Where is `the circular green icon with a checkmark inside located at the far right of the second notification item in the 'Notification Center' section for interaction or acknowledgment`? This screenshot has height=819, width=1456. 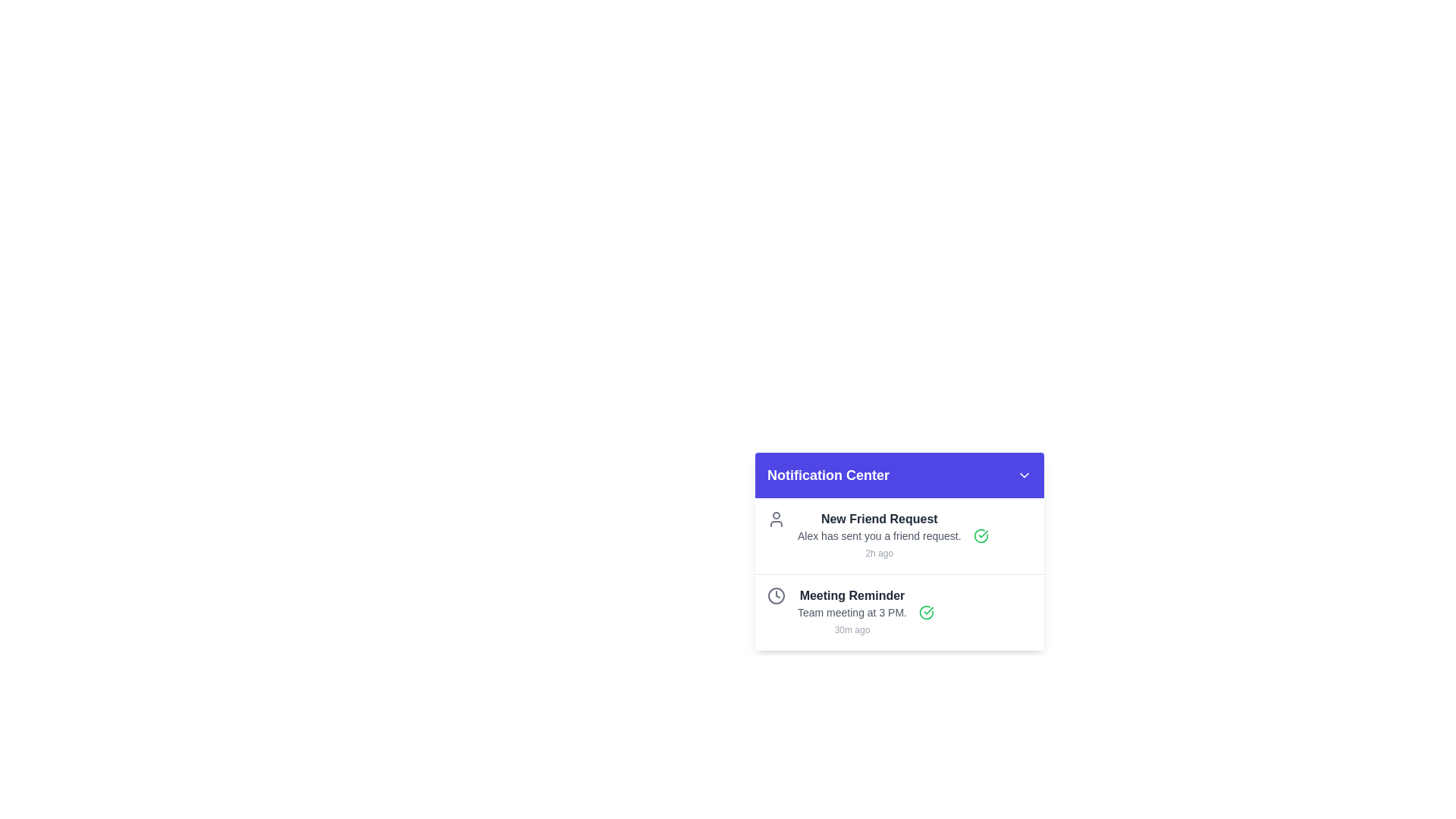 the circular green icon with a checkmark inside located at the far right of the second notification item in the 'Notification Center' section for interaction or acknowledgment is located at coordinates (925, 611).